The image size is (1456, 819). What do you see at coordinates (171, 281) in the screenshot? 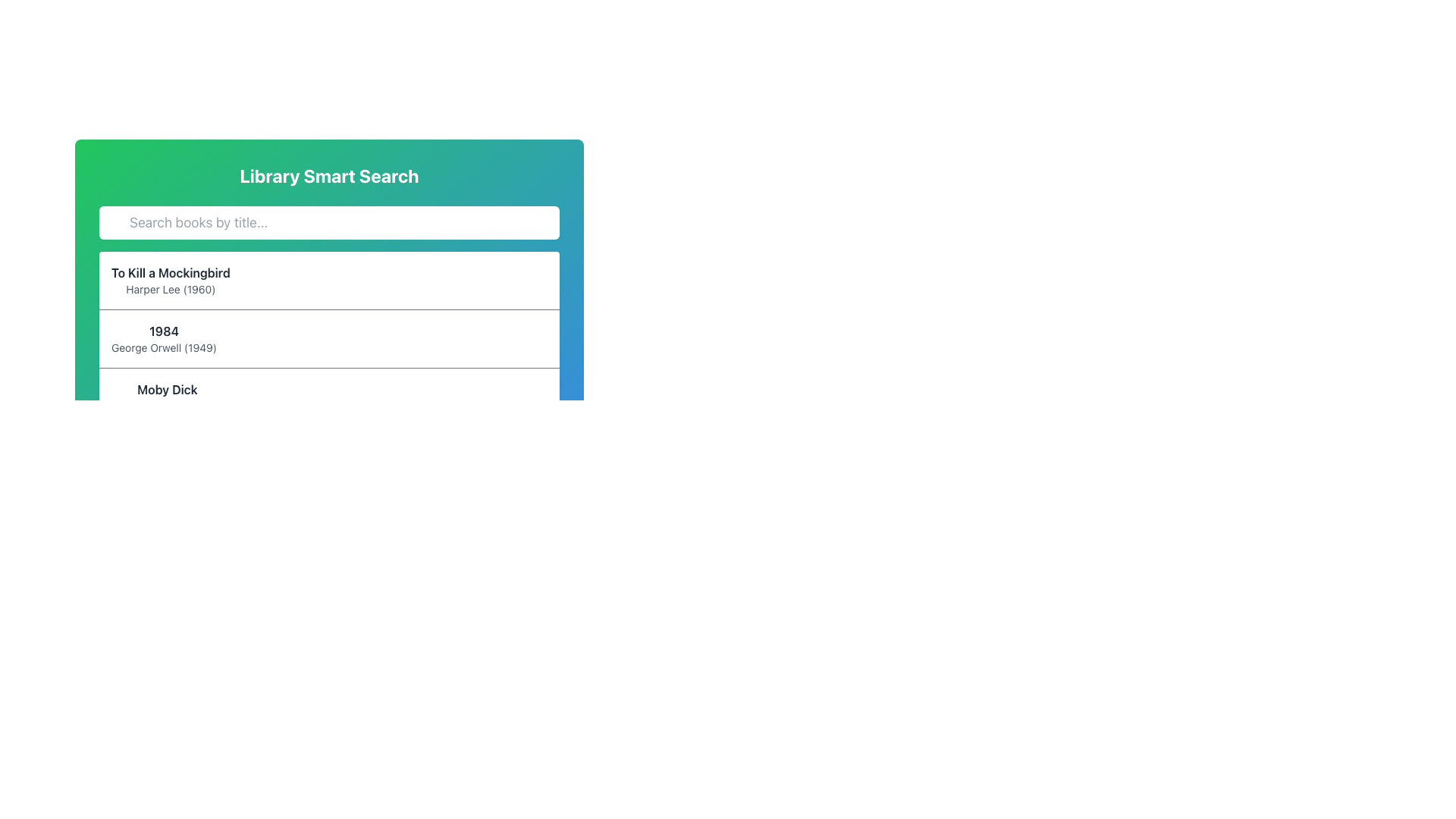
I see `the text display showing 'To Kill a Mockingbird' by Harper Lee in the Library Smart Search section` at bounding box center [171, 281].